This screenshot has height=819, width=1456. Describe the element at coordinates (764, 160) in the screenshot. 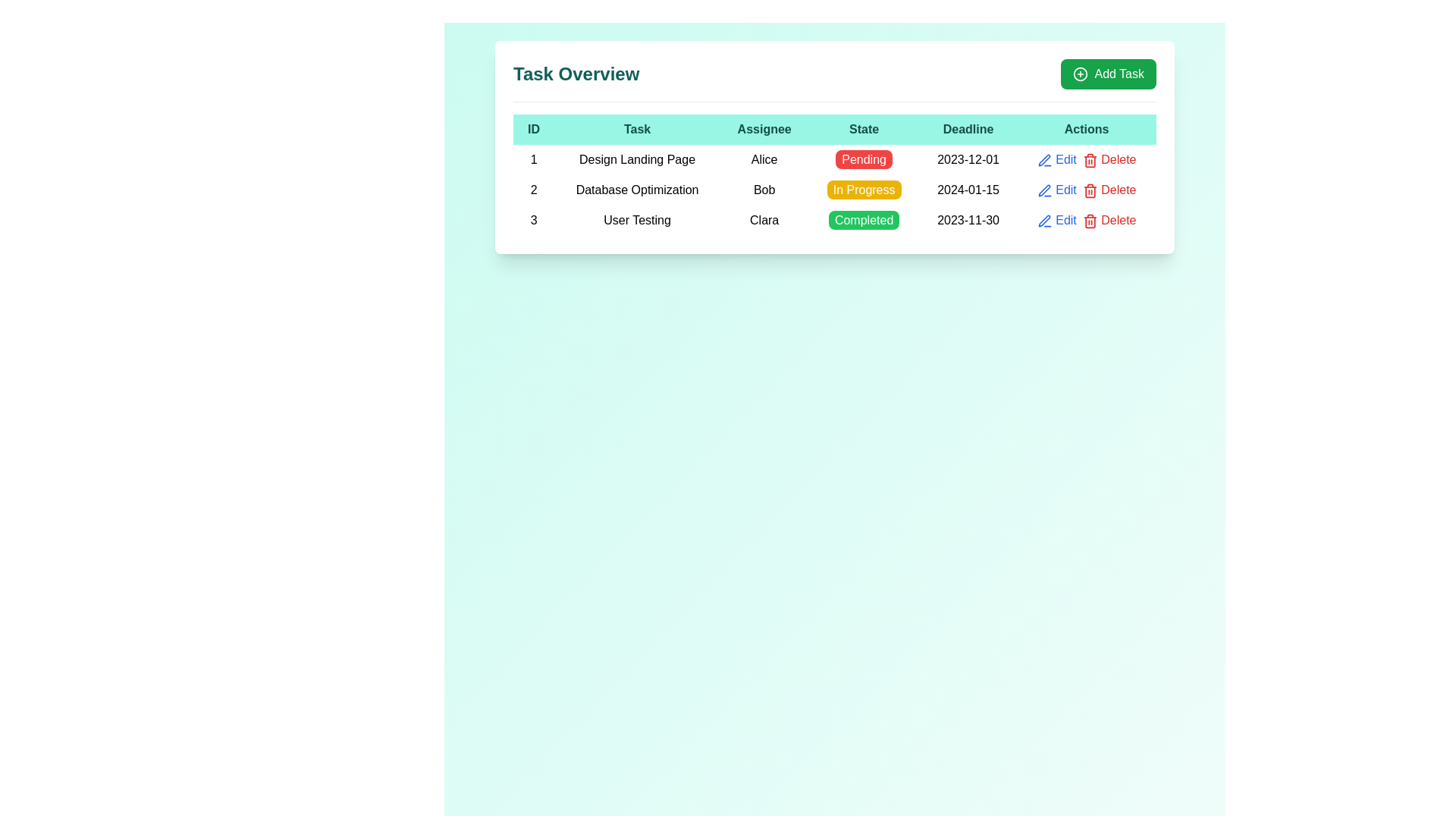

I see `the text element in the 'Assignee' column that identifies the individual assigned to a task for potential interactions` at that location.